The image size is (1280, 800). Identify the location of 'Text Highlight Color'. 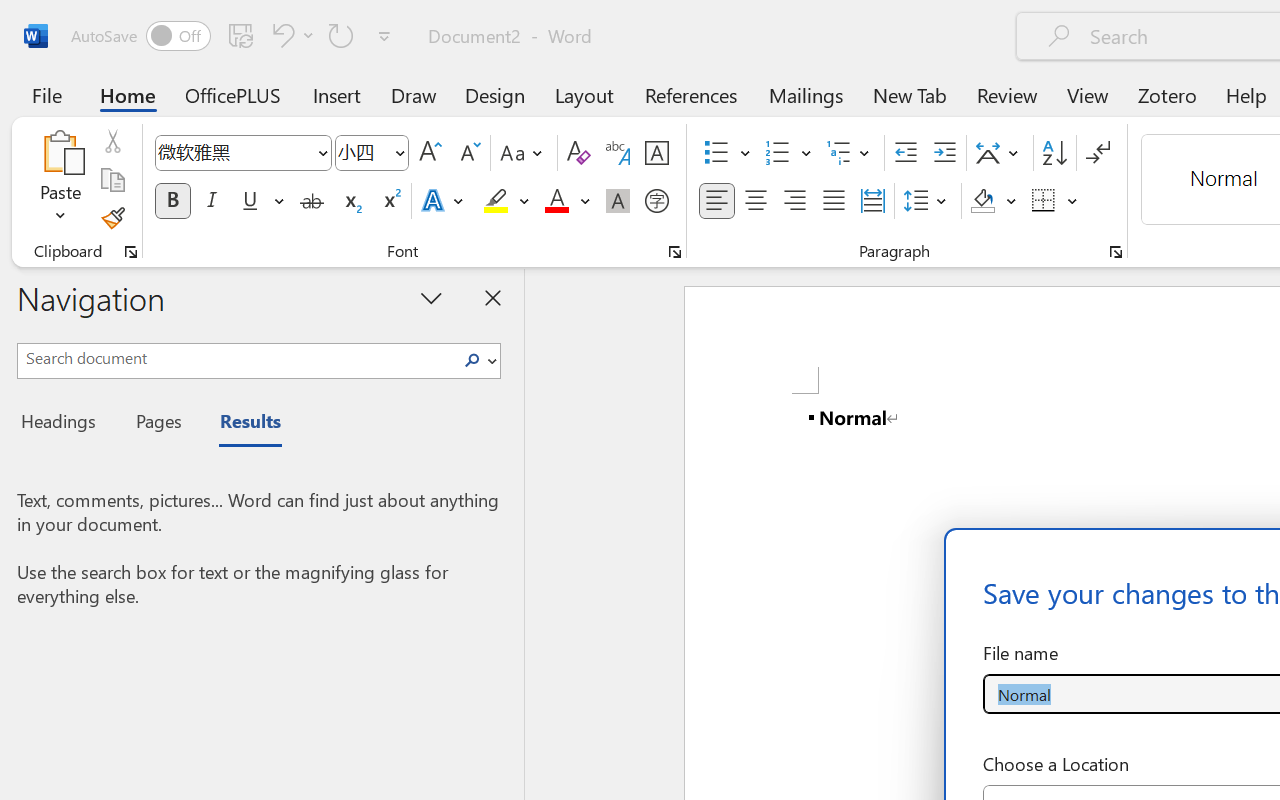
(506, 201).